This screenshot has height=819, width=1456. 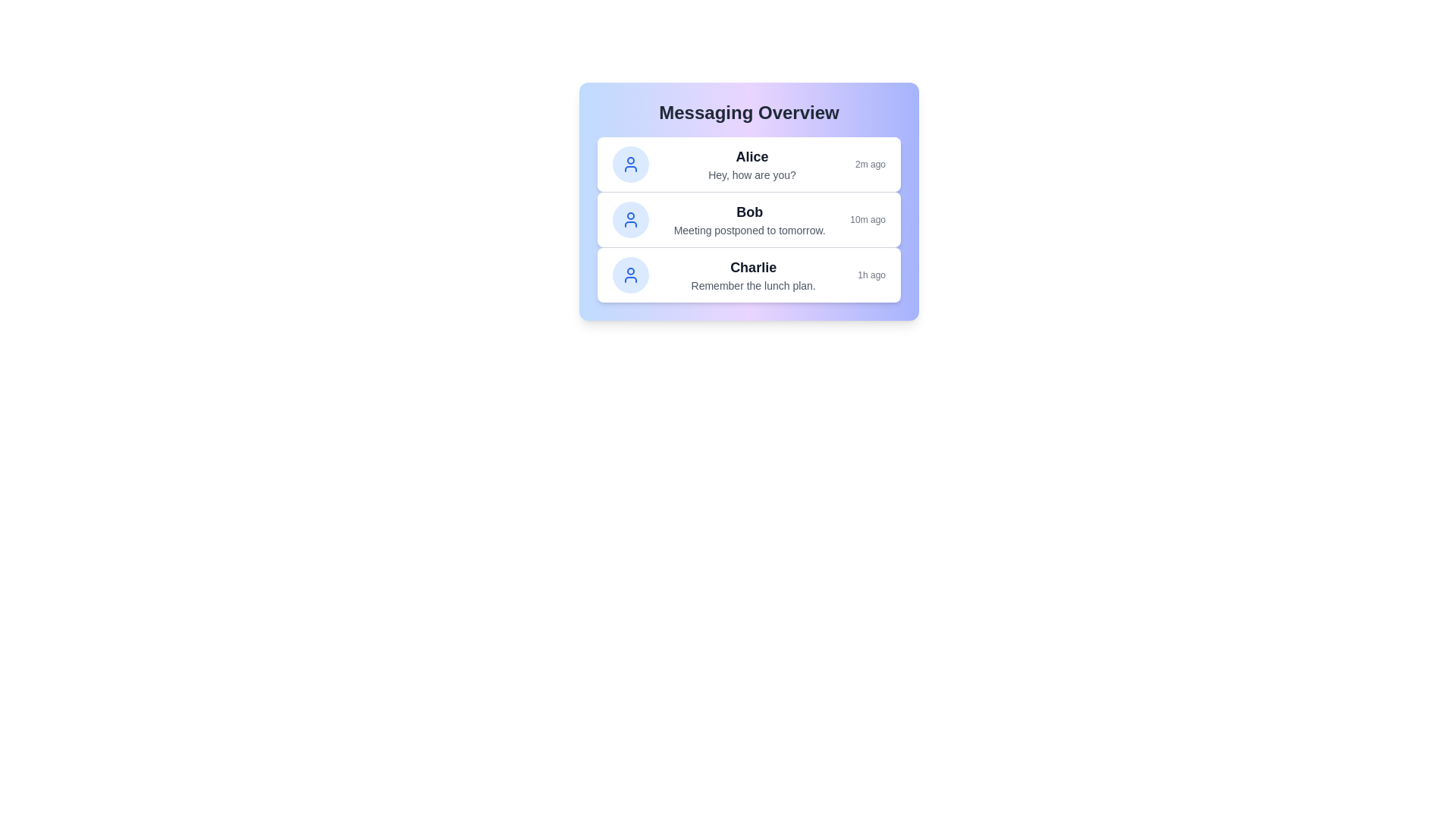 I want to click on the avatar of Charlie to inspect it, so click(x=630, y=275).